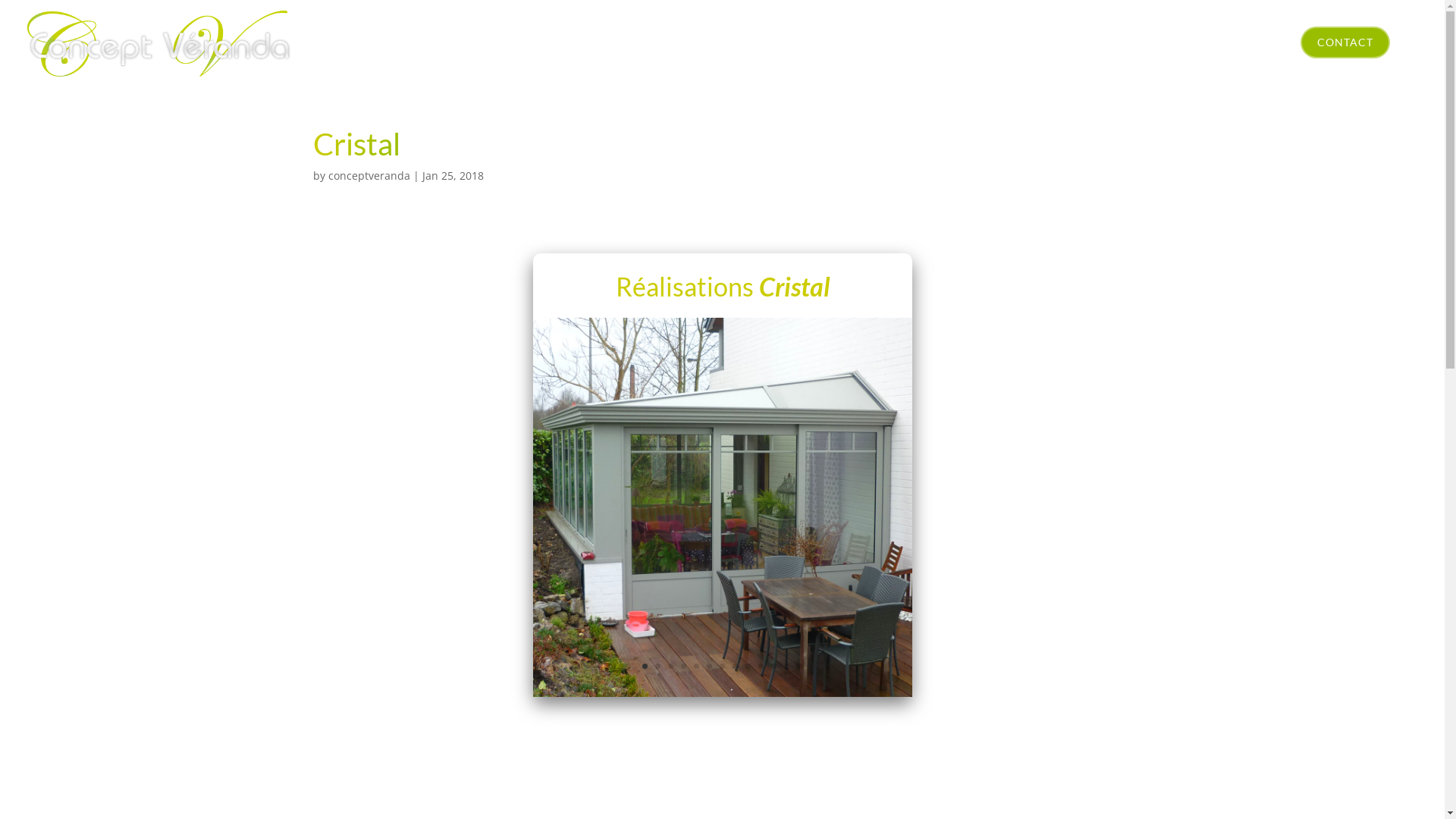 This screenshot has width=1456, height=819. What do you see at coordinates (735, 665) in the screenshot?
I see `'8'` at bounding box center [735, 665].